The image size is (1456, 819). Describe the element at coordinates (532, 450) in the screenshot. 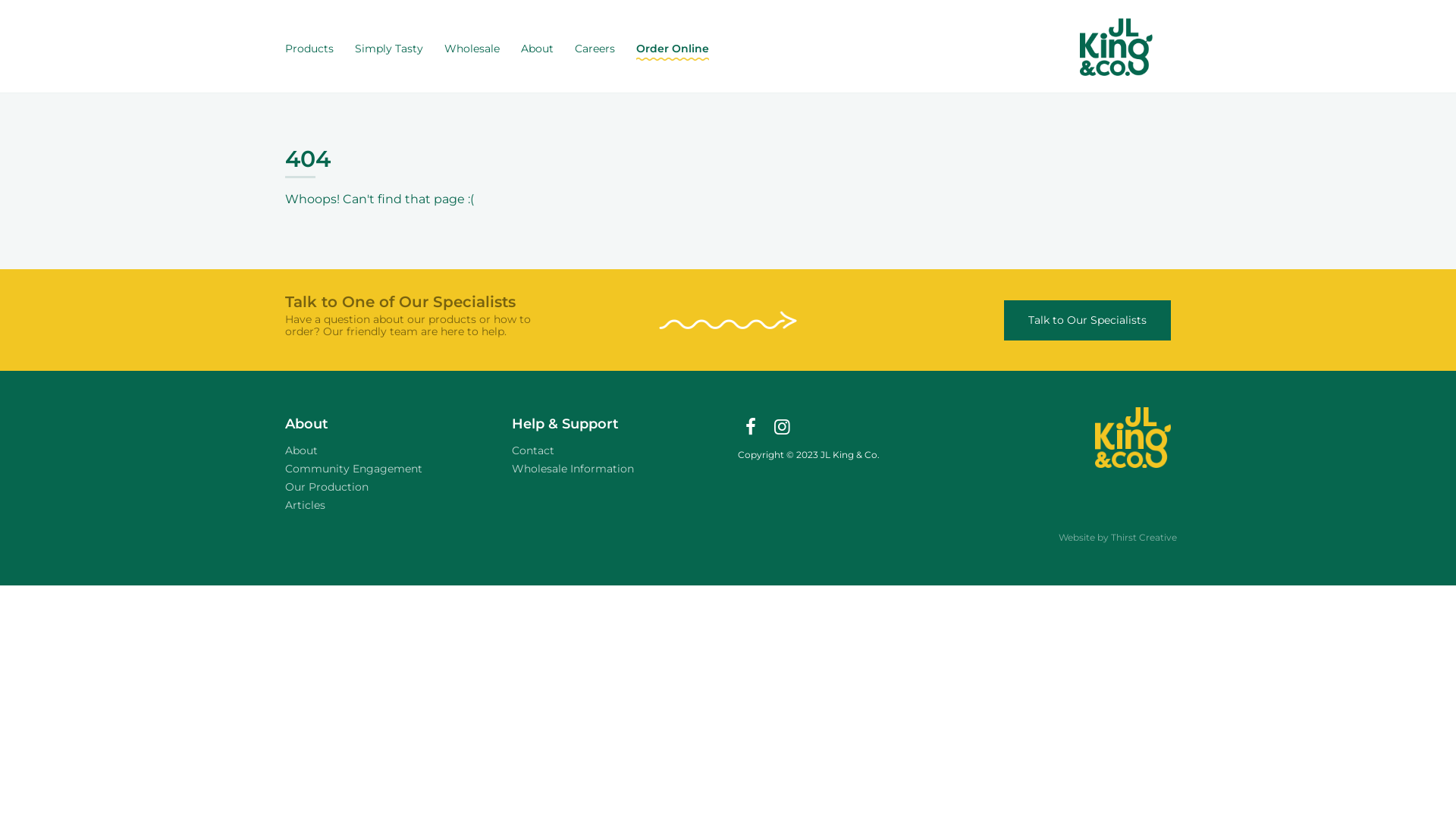

I see `'Contact'` at that location.